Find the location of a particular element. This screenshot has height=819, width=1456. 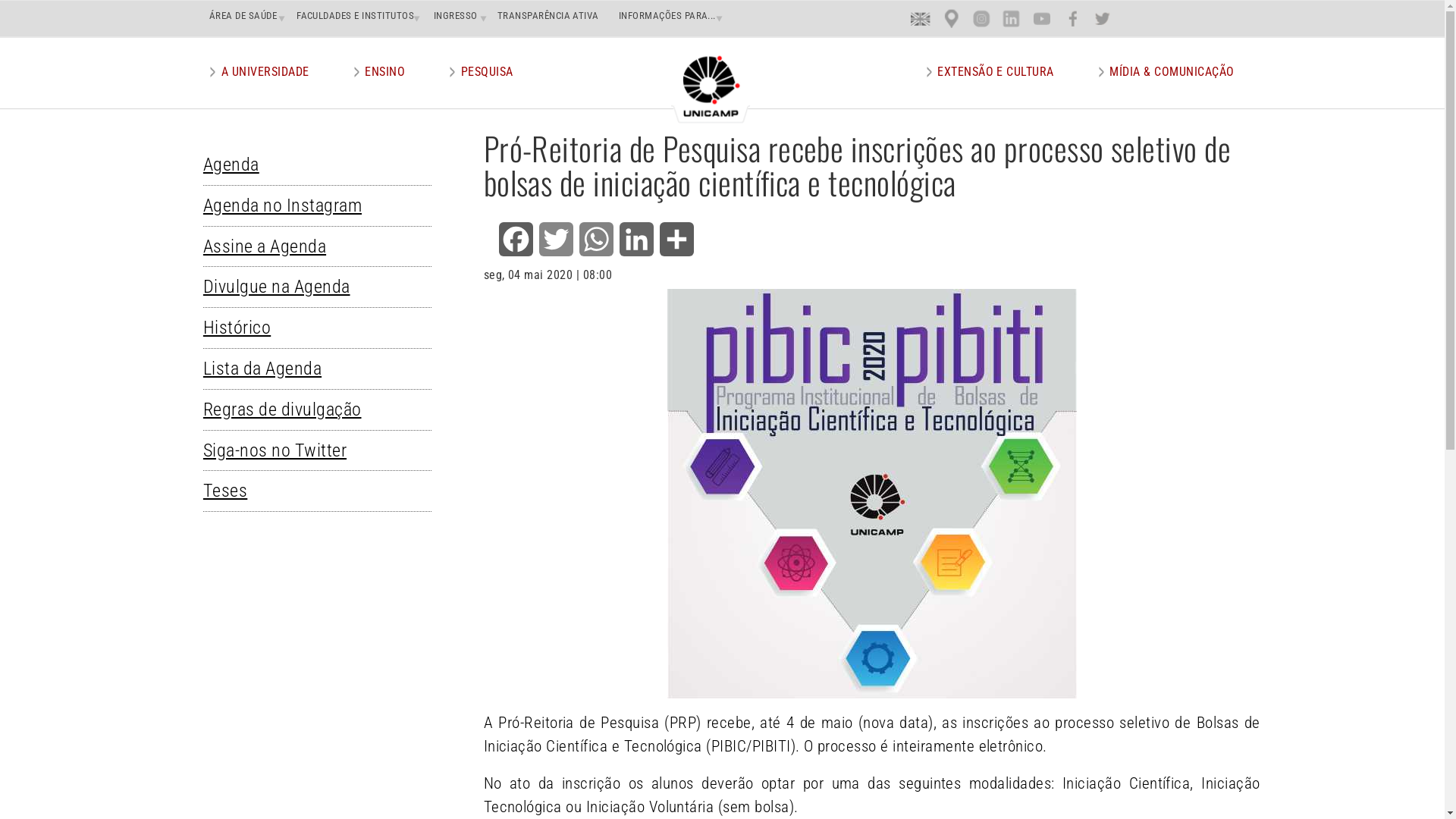

'Loca' is located at coordinates (951, 18).